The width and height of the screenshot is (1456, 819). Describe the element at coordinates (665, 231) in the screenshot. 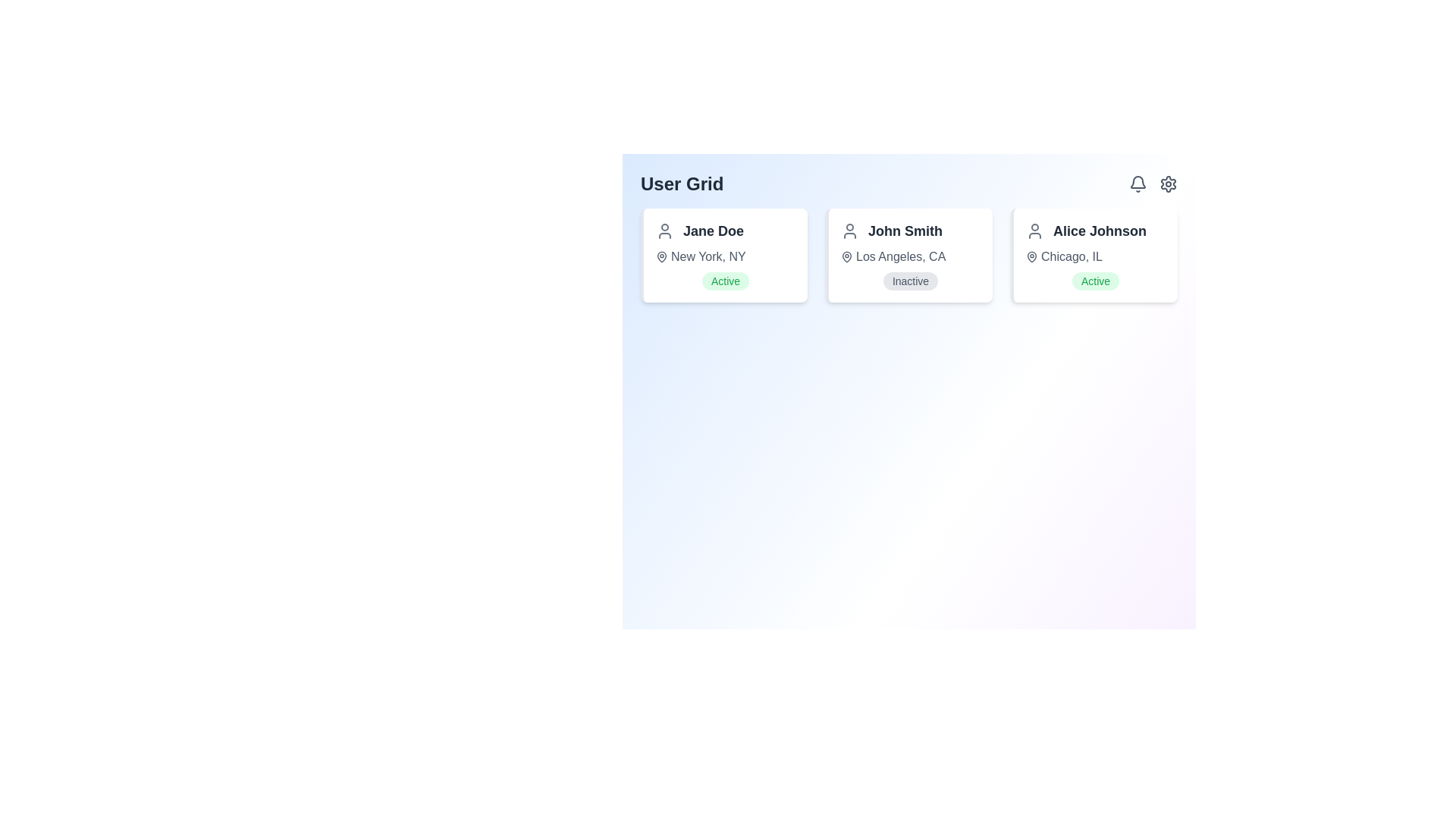

I see `properties of the user profile icon, which is a gray circular head shape above a semi-circular body outline, located in the first card of the user grid next to 'Jane Doe'` at that location.